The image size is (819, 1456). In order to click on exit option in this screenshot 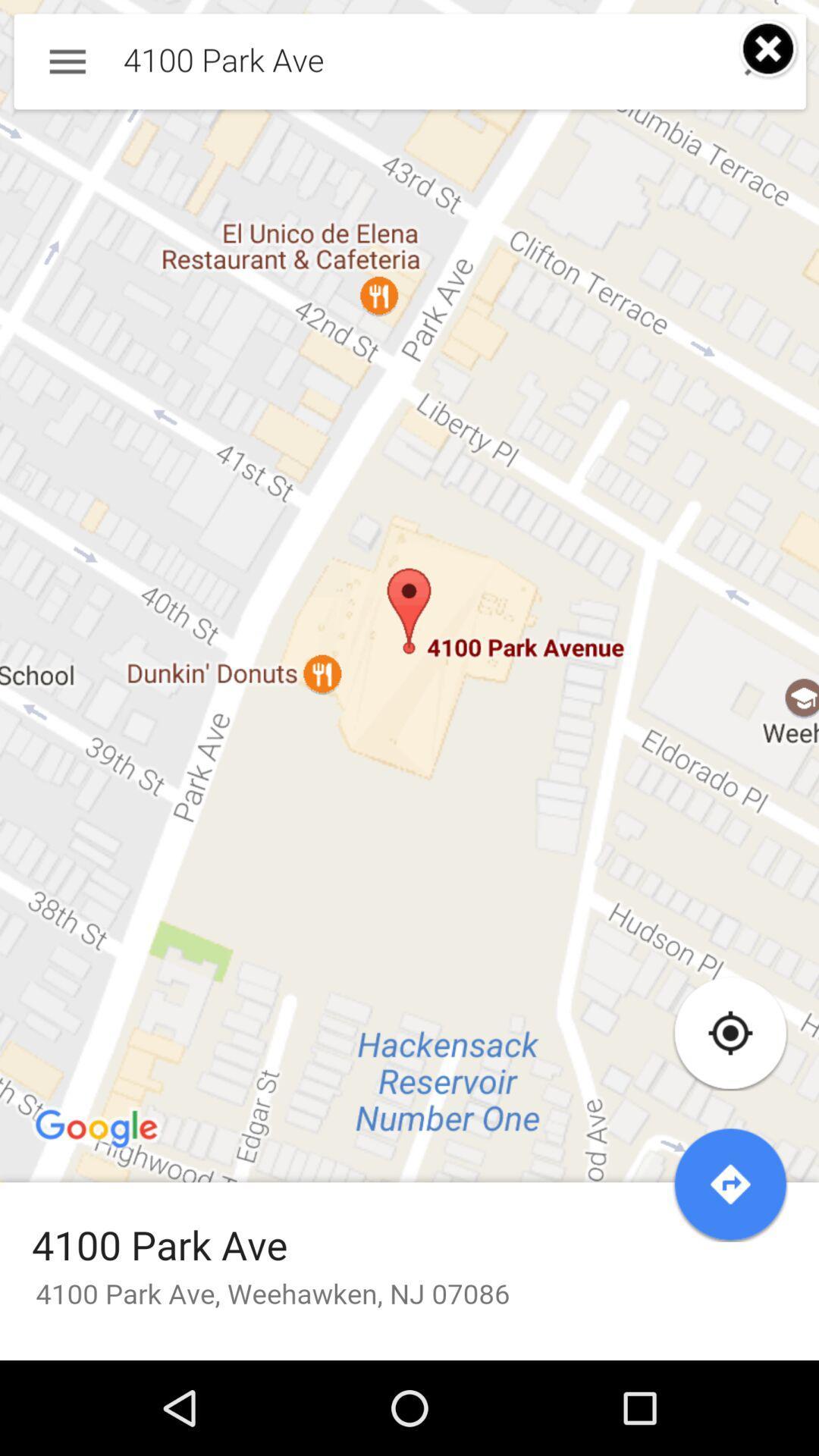, I will do `click(769, 49)`.